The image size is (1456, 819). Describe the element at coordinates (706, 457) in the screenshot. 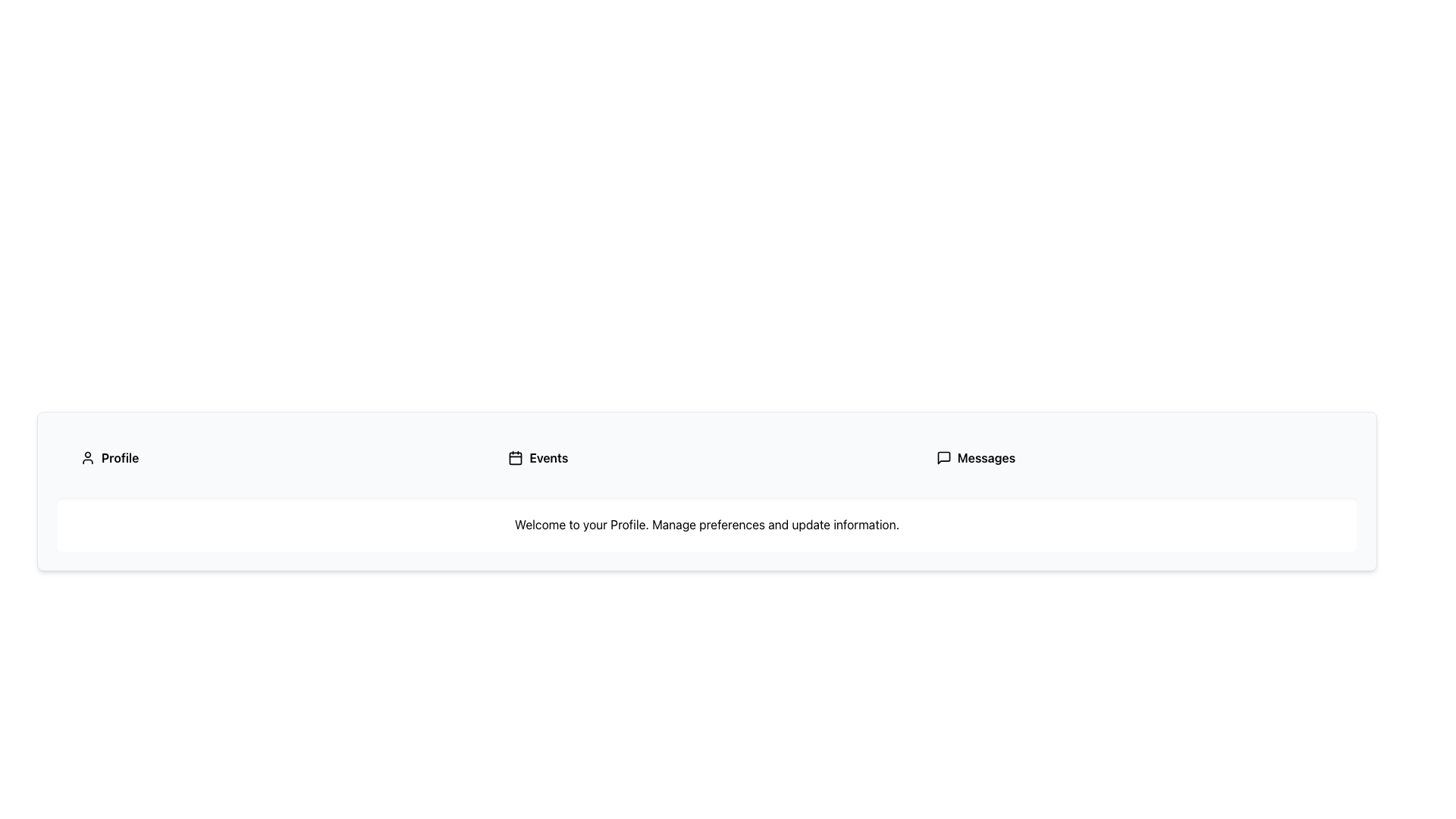

I see `the 'Events' button, which is the second button in a horizontal alignment` at that location.